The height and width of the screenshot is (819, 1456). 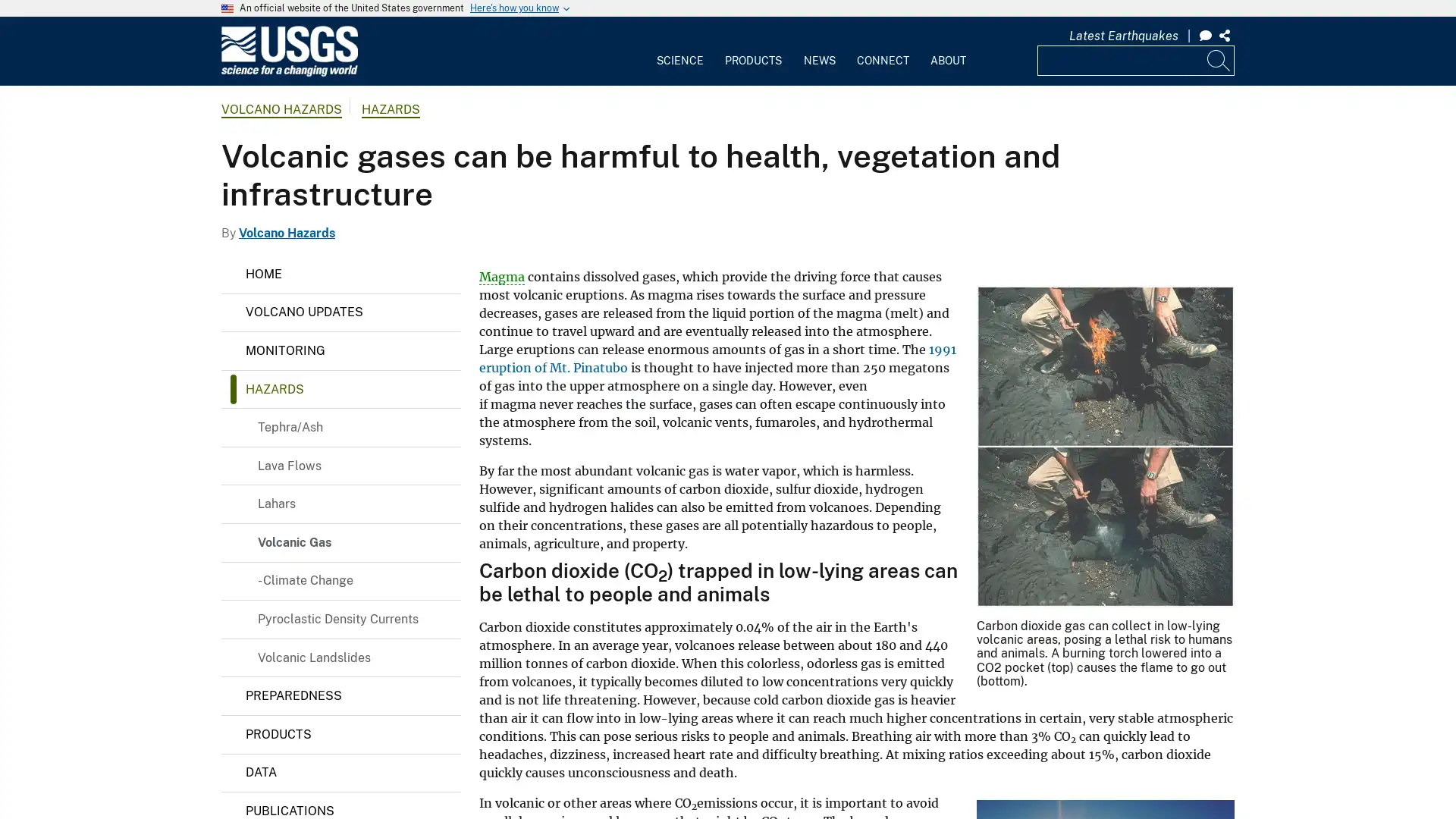 I want to click on CONNECT, so click(x=882, y=49).